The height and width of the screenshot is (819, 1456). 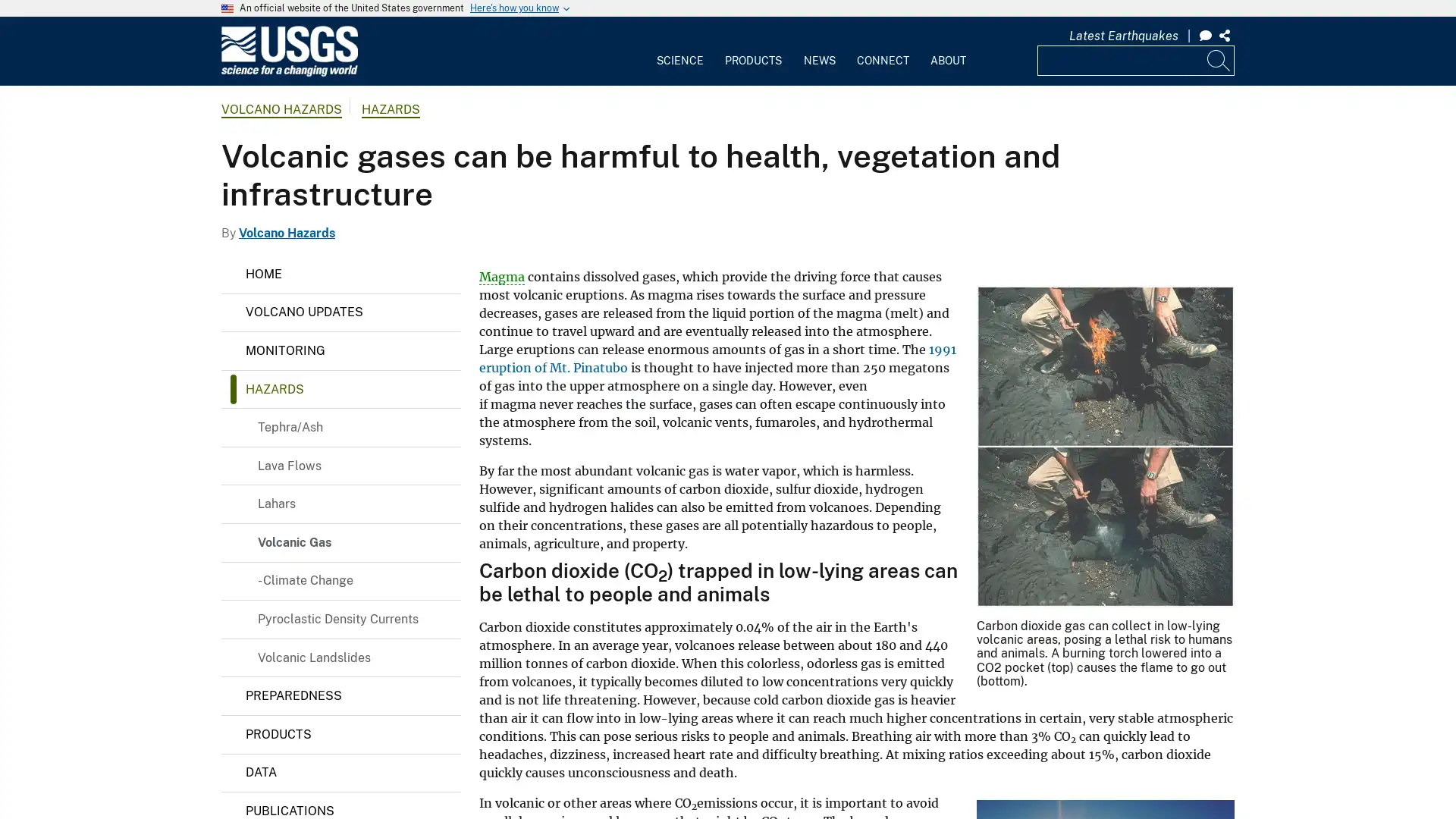 I want to click on CONNECT, so click(x=882, y=49).